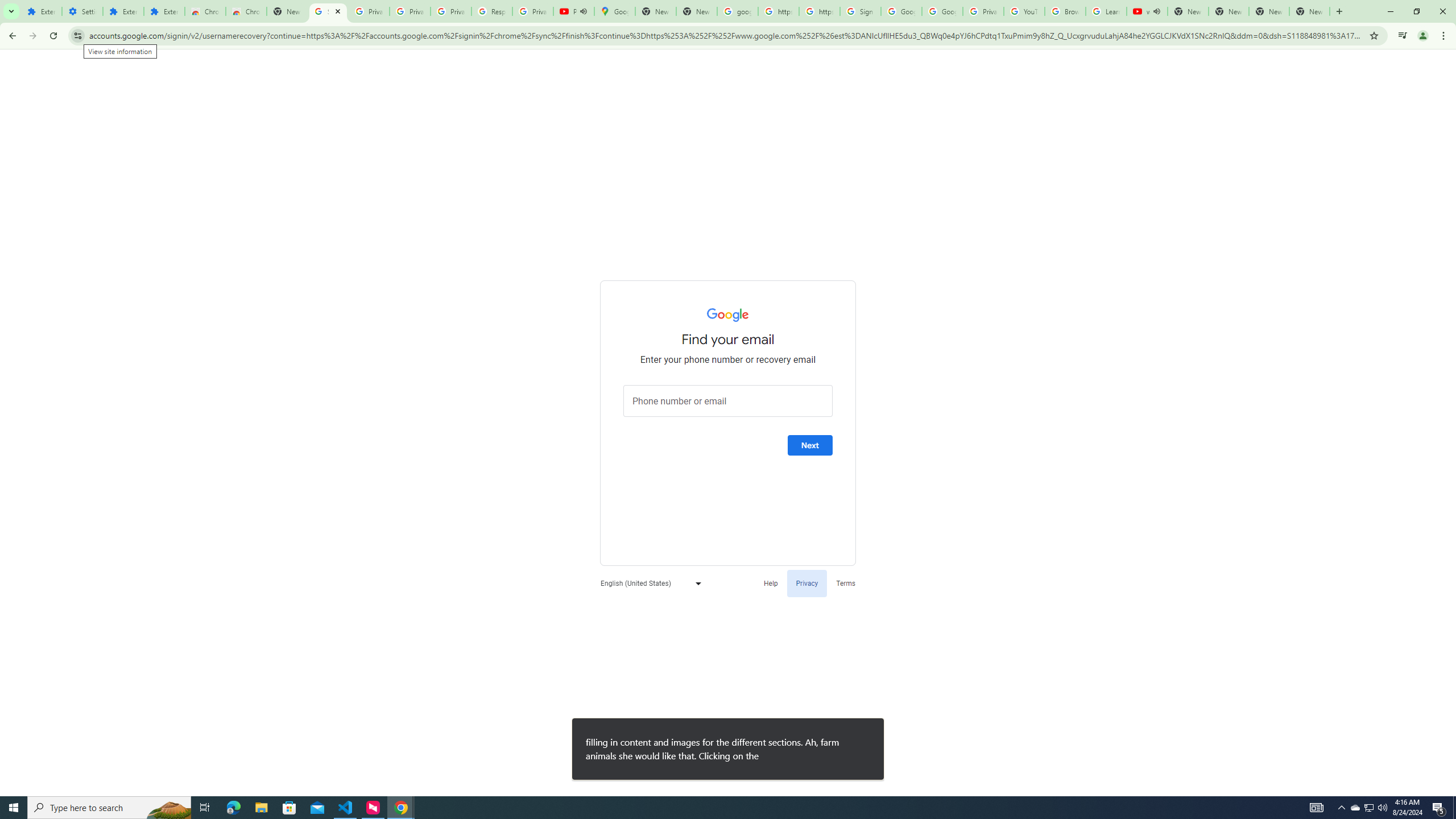 The image size is (1456, 819). What do you see at coordinates (1023, 11) in the screenshot?
I see `'YouTube'` at bounding box center [1023, 11].